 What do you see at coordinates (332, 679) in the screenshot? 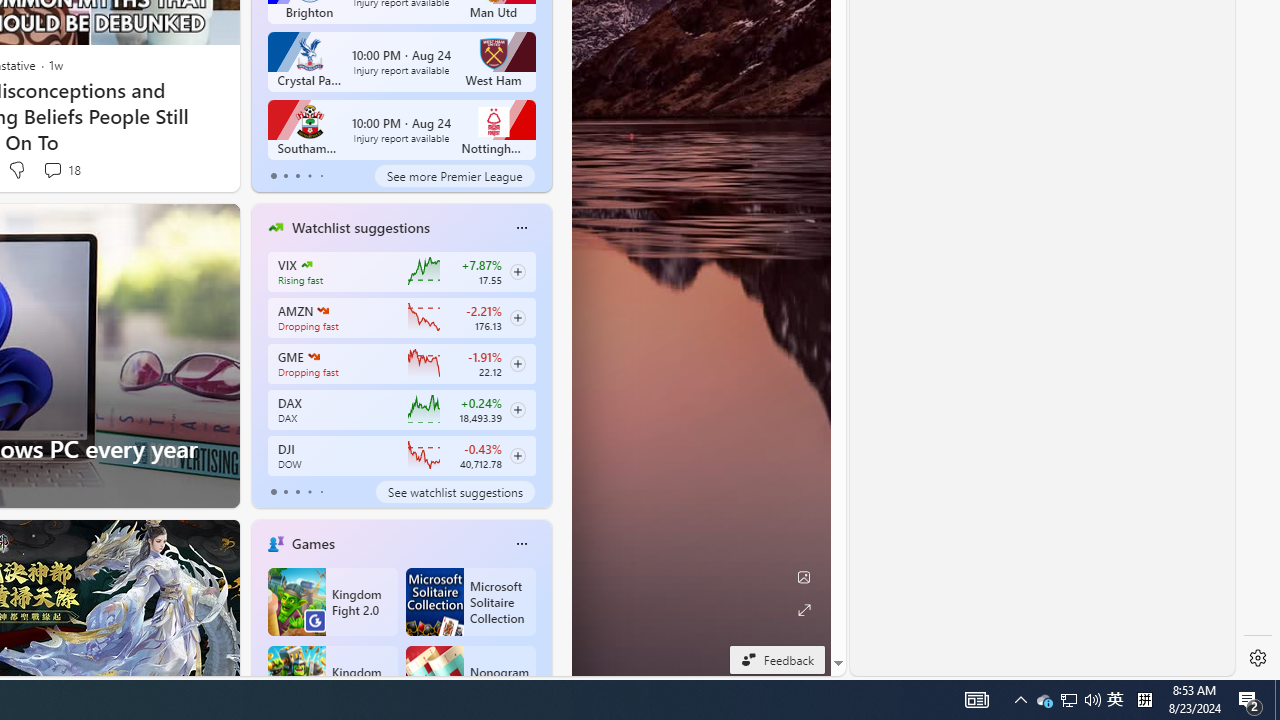
I see `'Kingdom Fight'` at bounding box center [332, 679].